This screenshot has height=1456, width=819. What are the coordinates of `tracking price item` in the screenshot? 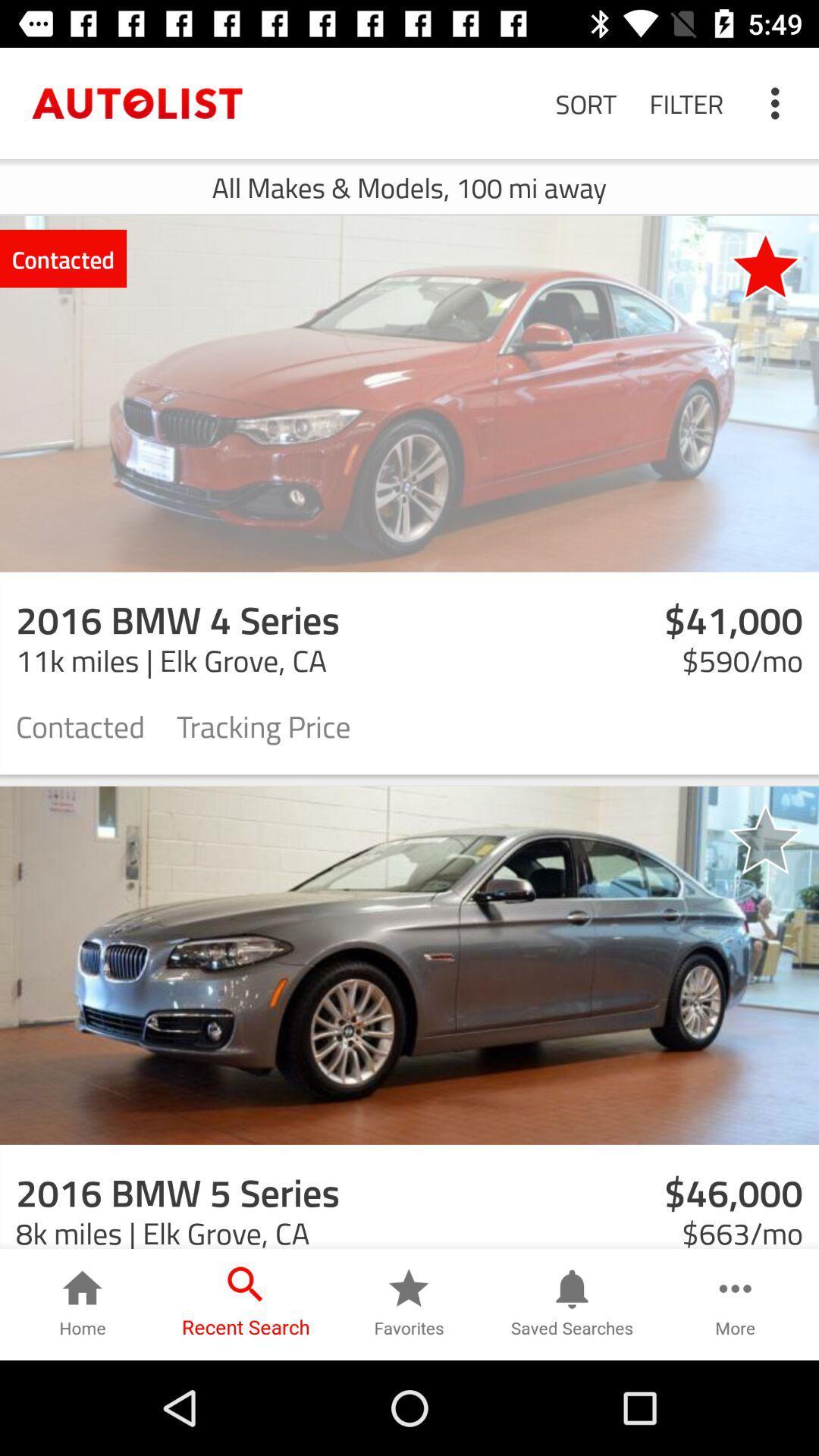 It's located at (262, 724).